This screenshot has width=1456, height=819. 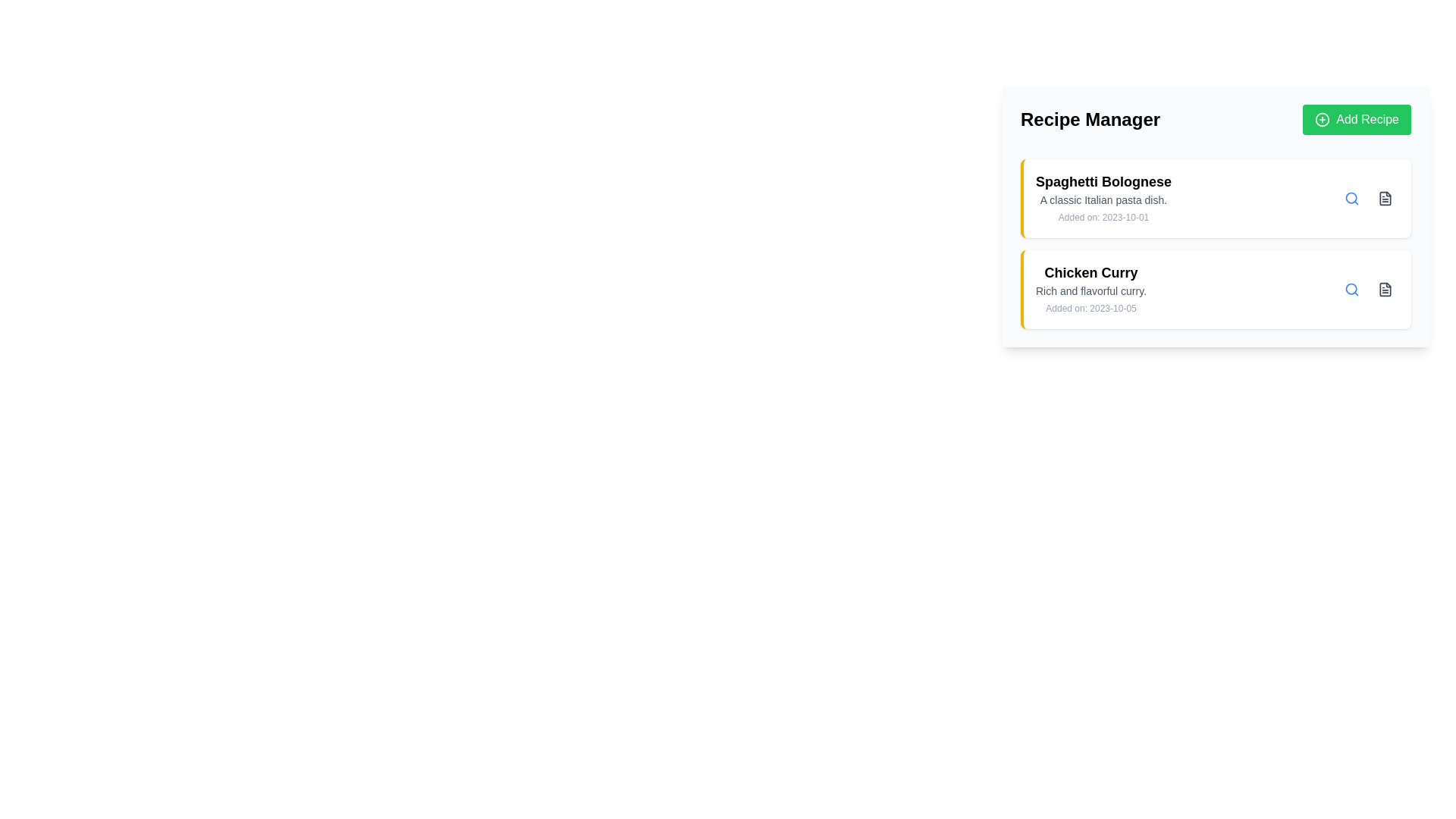 What do you see at coordinates (1216, 289) in the screenshot?
I see `the 'Chicken Curry' recipe card located in the lower section of the card stack` at bounding box center [1216, 289].